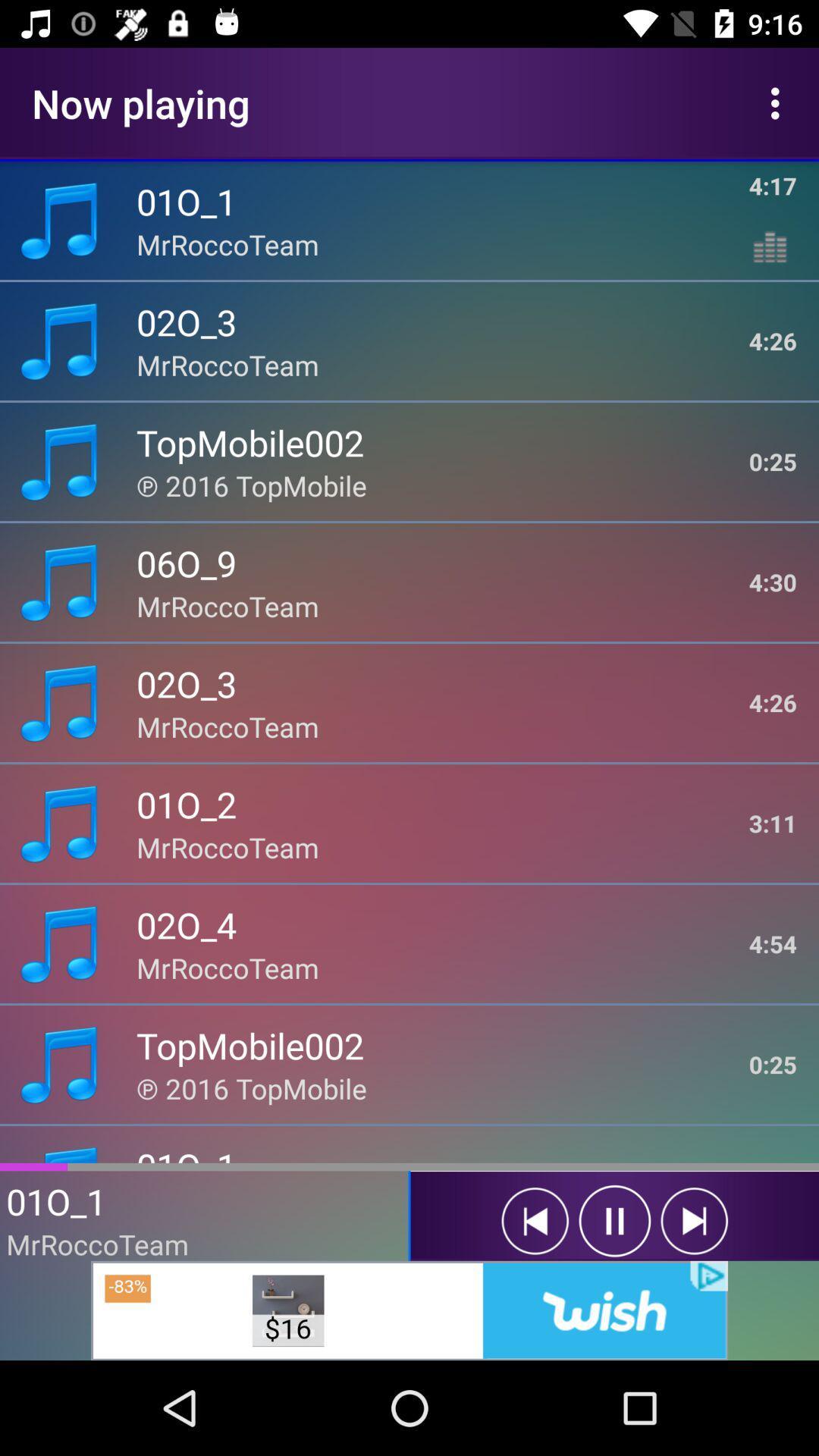 The height and width of the screenshot is (1456, 819). What do you see at coordinates (614, 1221) in the screenshot?
I see `pause this audio` at bounding box center [614, 1221].